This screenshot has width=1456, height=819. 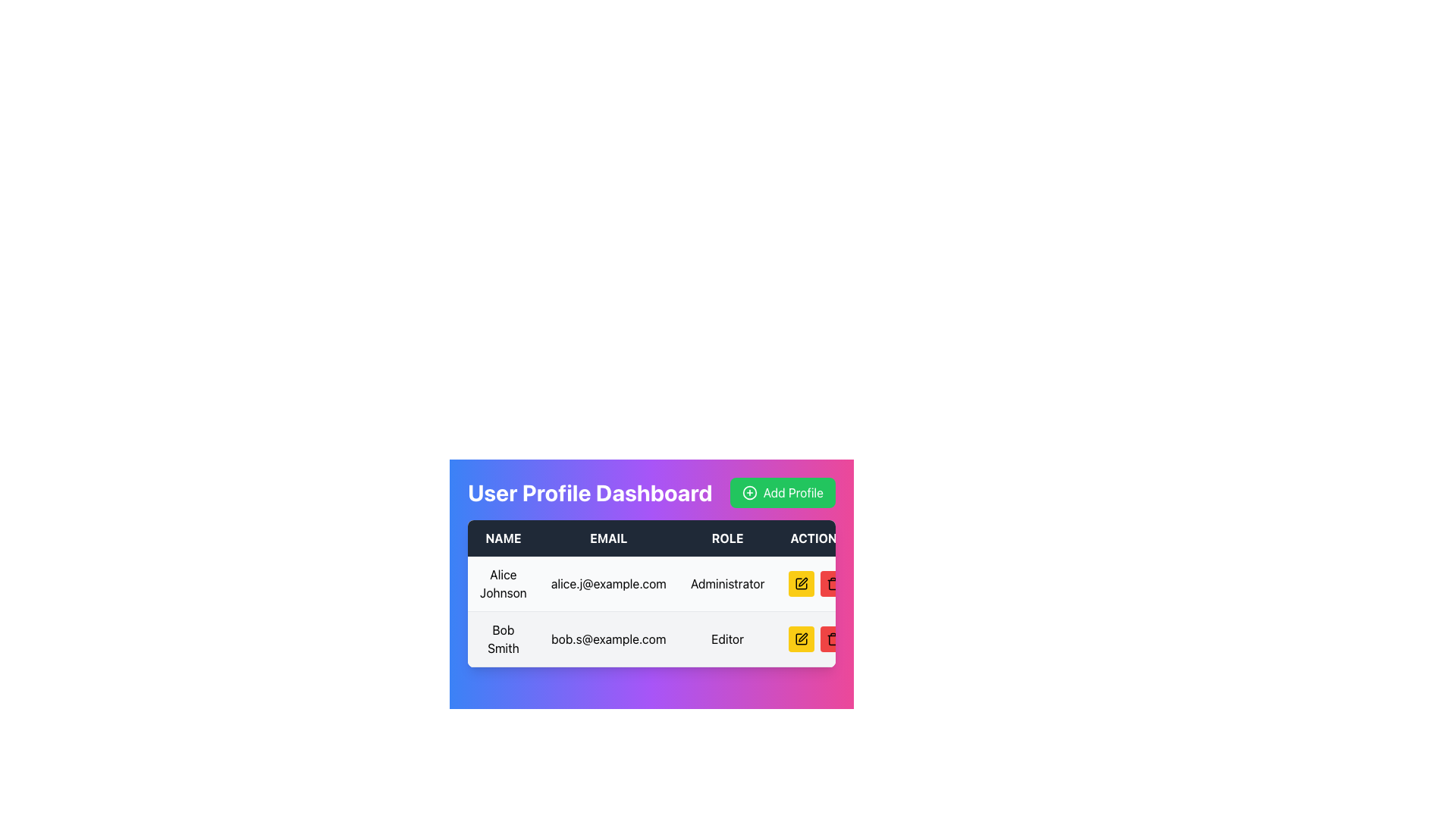 I want to click on the second row of the user information table located below the 'USER PROFILE DASHBOARD' section, so click(x=663, y=610).